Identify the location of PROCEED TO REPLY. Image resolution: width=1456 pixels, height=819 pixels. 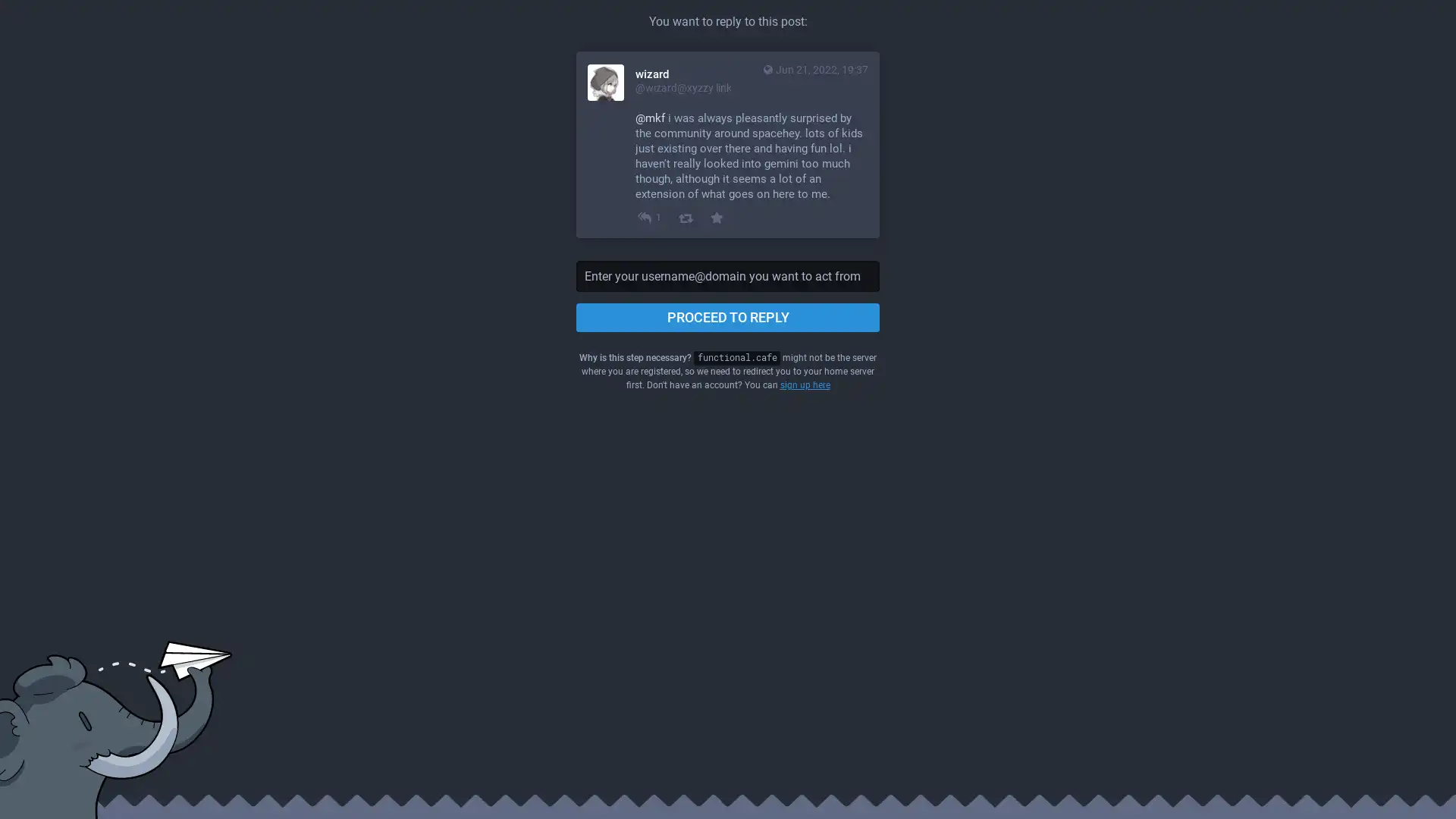
(728, 317).